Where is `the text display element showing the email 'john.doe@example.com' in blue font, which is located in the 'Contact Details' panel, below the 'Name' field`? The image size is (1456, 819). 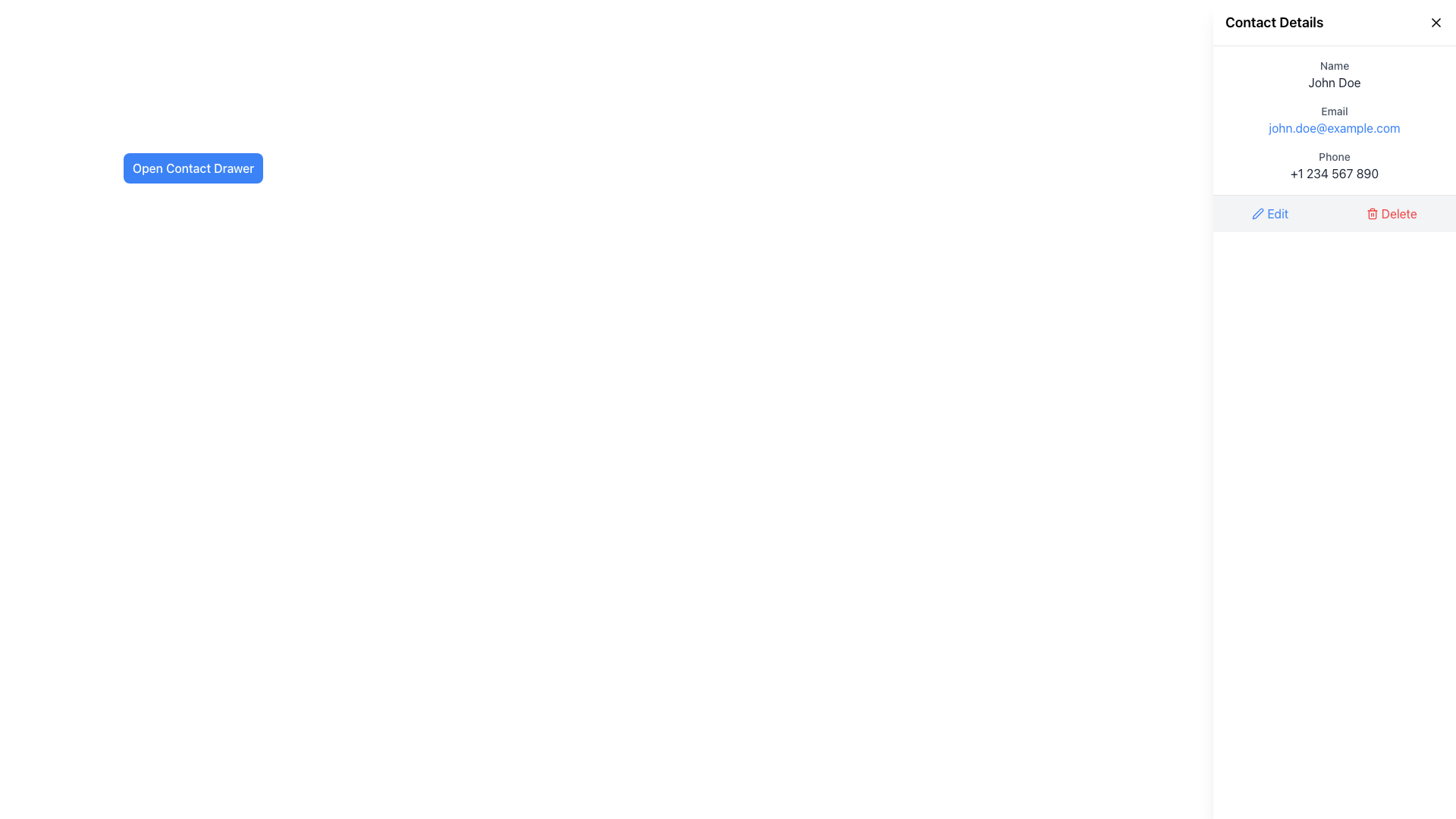
the text display element showing the email 'john.doe@example.com' in blue font, which is located in the 'Contact Details' panel, below the 'Name' field is located at coordinates (1335, 119).